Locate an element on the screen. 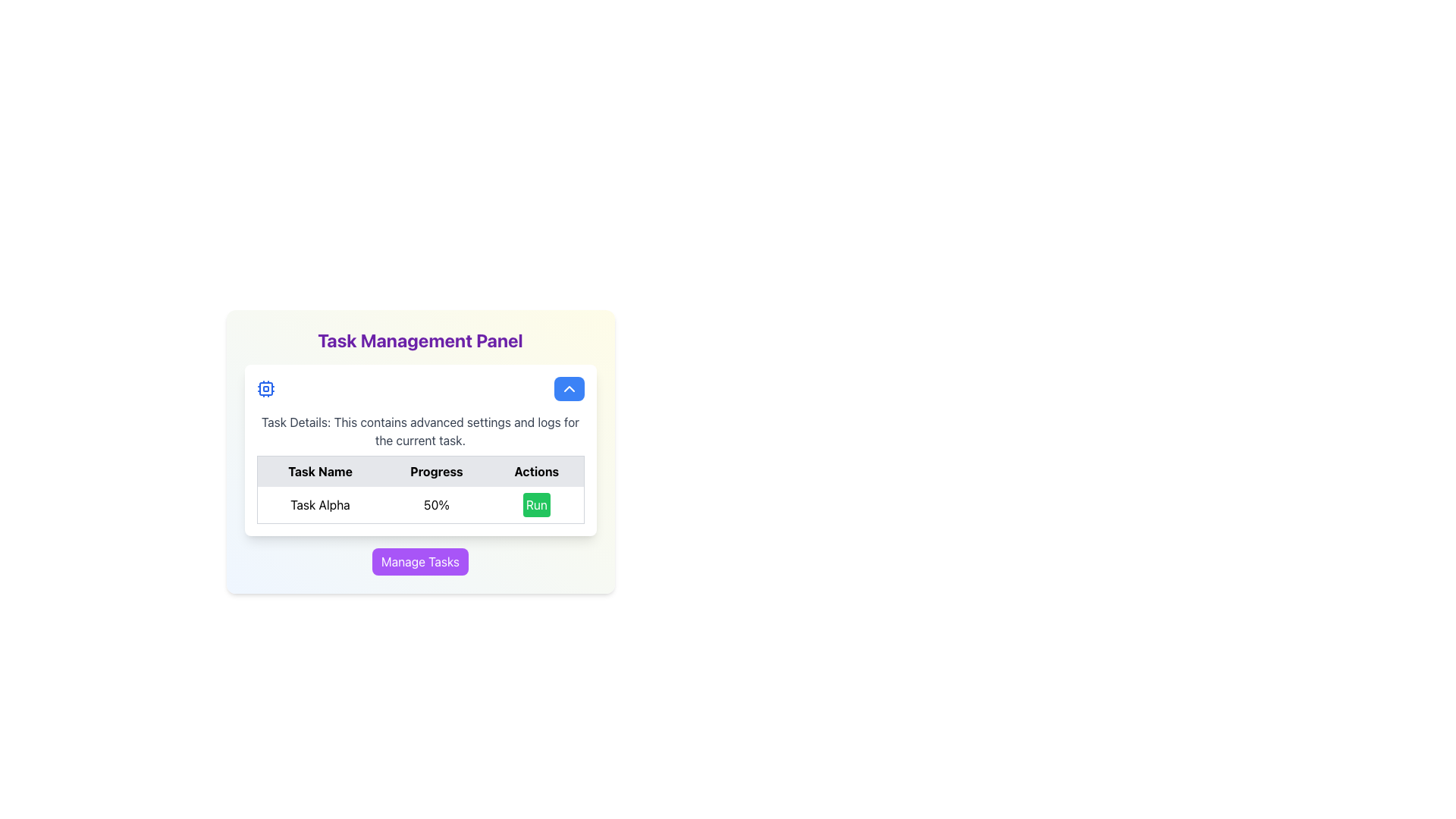 This screenshot has width=1456, height=819. the Chevron icon located at the top-right corner of the 'Task Management Panel' to receive visual feedback is located at coordinates (568, 388).